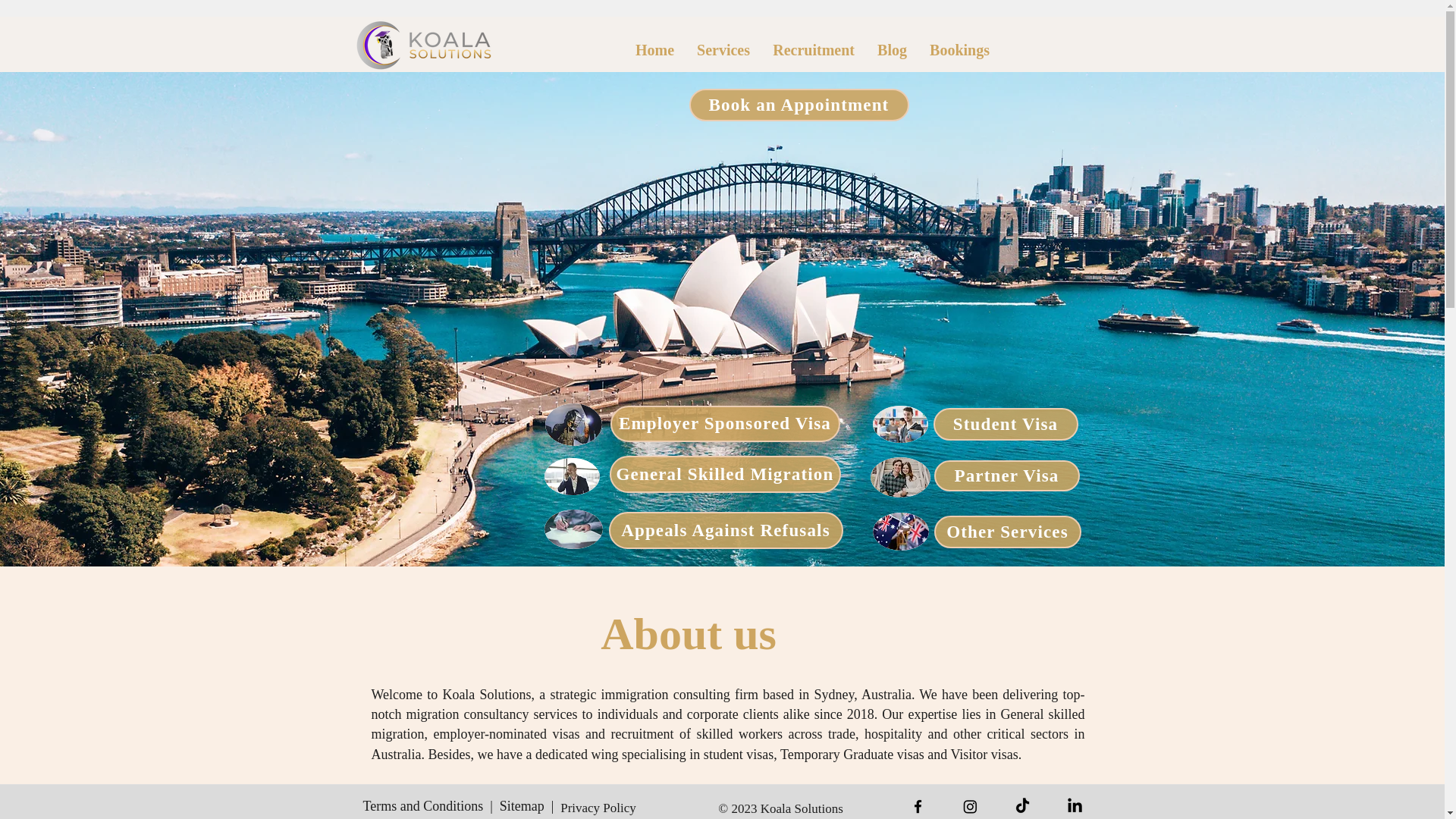  I want to click on 'Book an Appointment', so click(797, 104).